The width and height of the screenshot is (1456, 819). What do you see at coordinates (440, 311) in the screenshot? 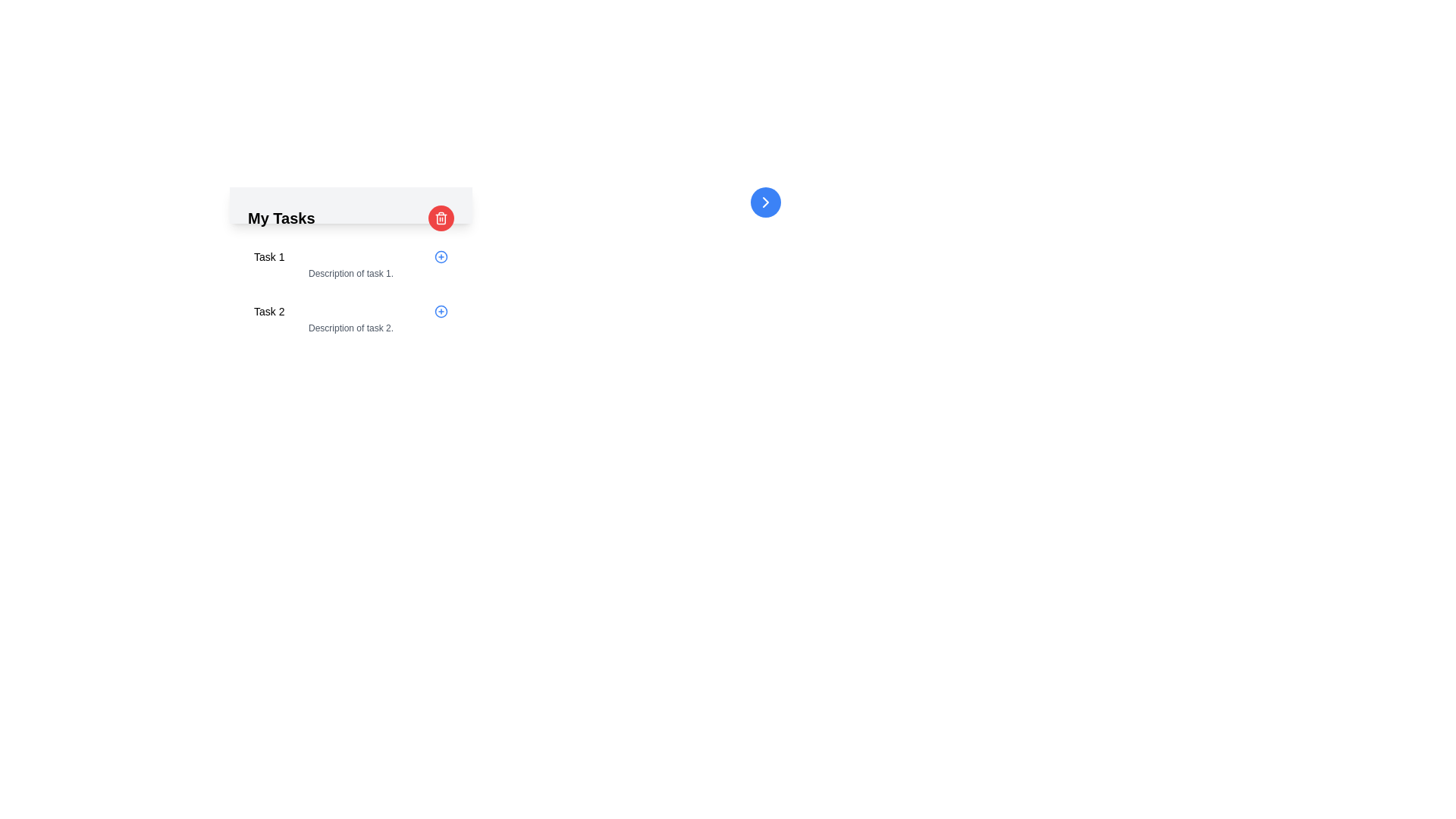
I see `the add icon button located to the right of the 'Task 2' label` at bounding box center [440, 311].